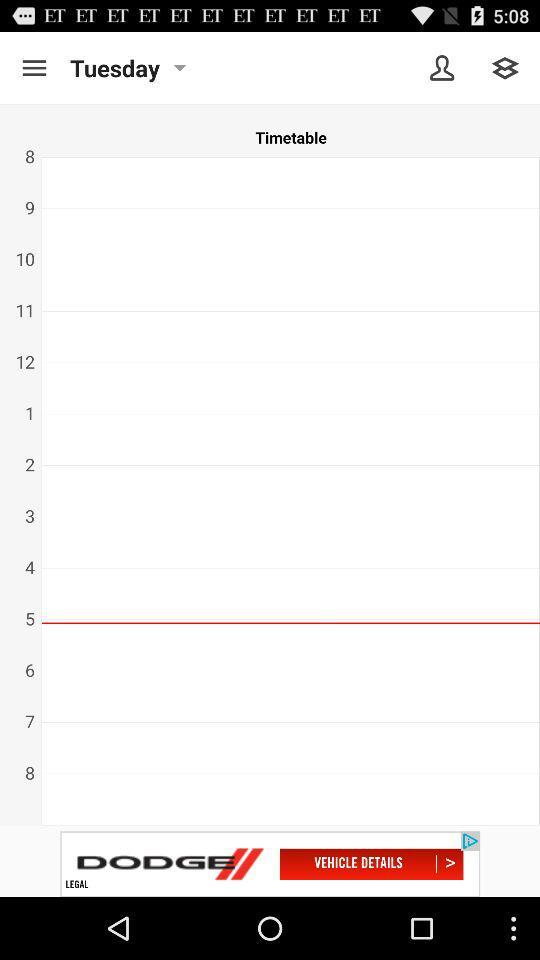  What do you see at coordinates (33, 73) in the screenshot?
I see `the menu icon` at bounding box center [33, 73].